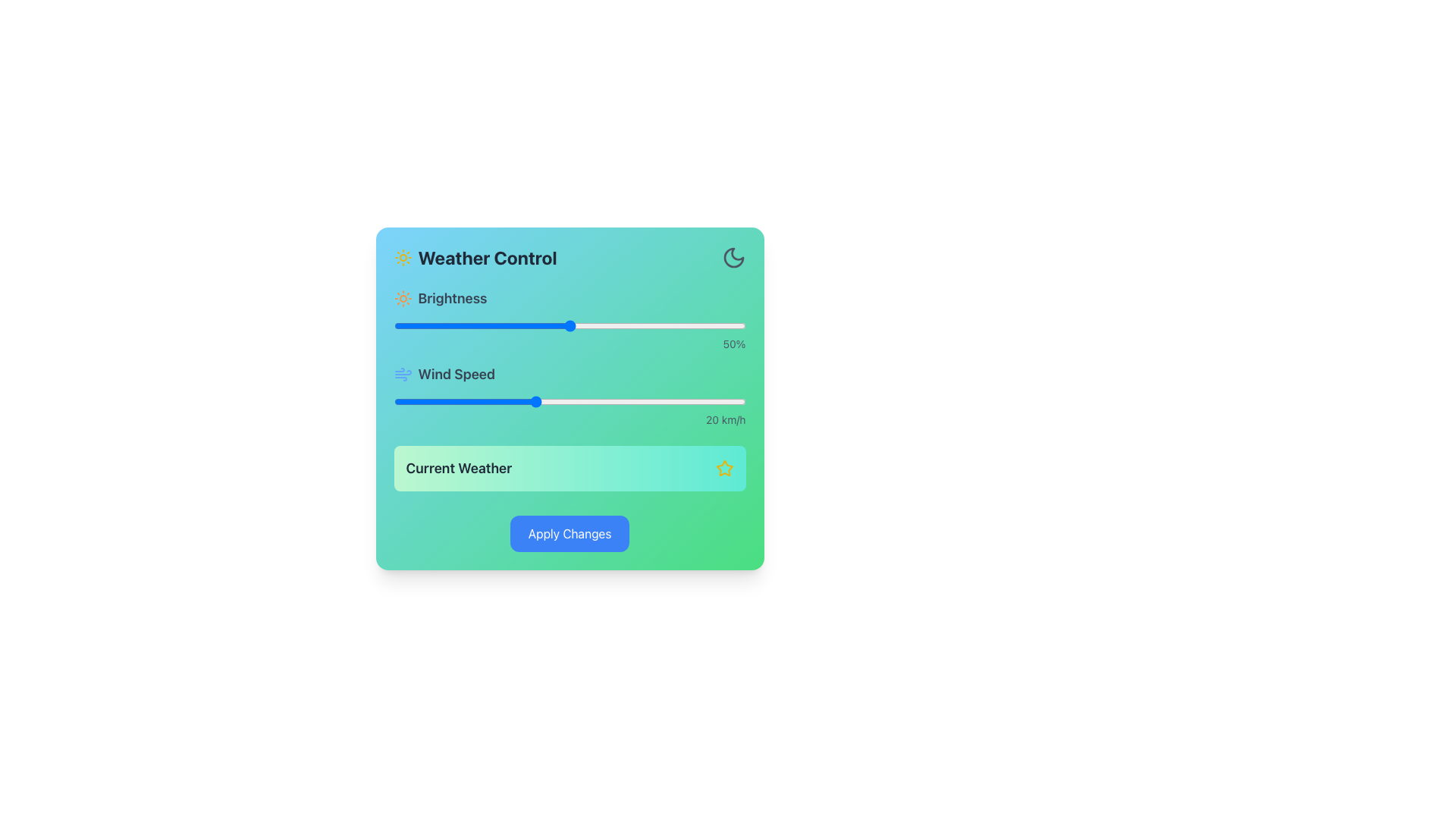 The width and height of the screenshot is (1456, 819). What do you see at coordinates (733, 256) in the screenshot?
I see `the crescent moon-shaped icon in dark gray located at the top-right corner of the Weather Control interface` at bounding box center [733, 256].